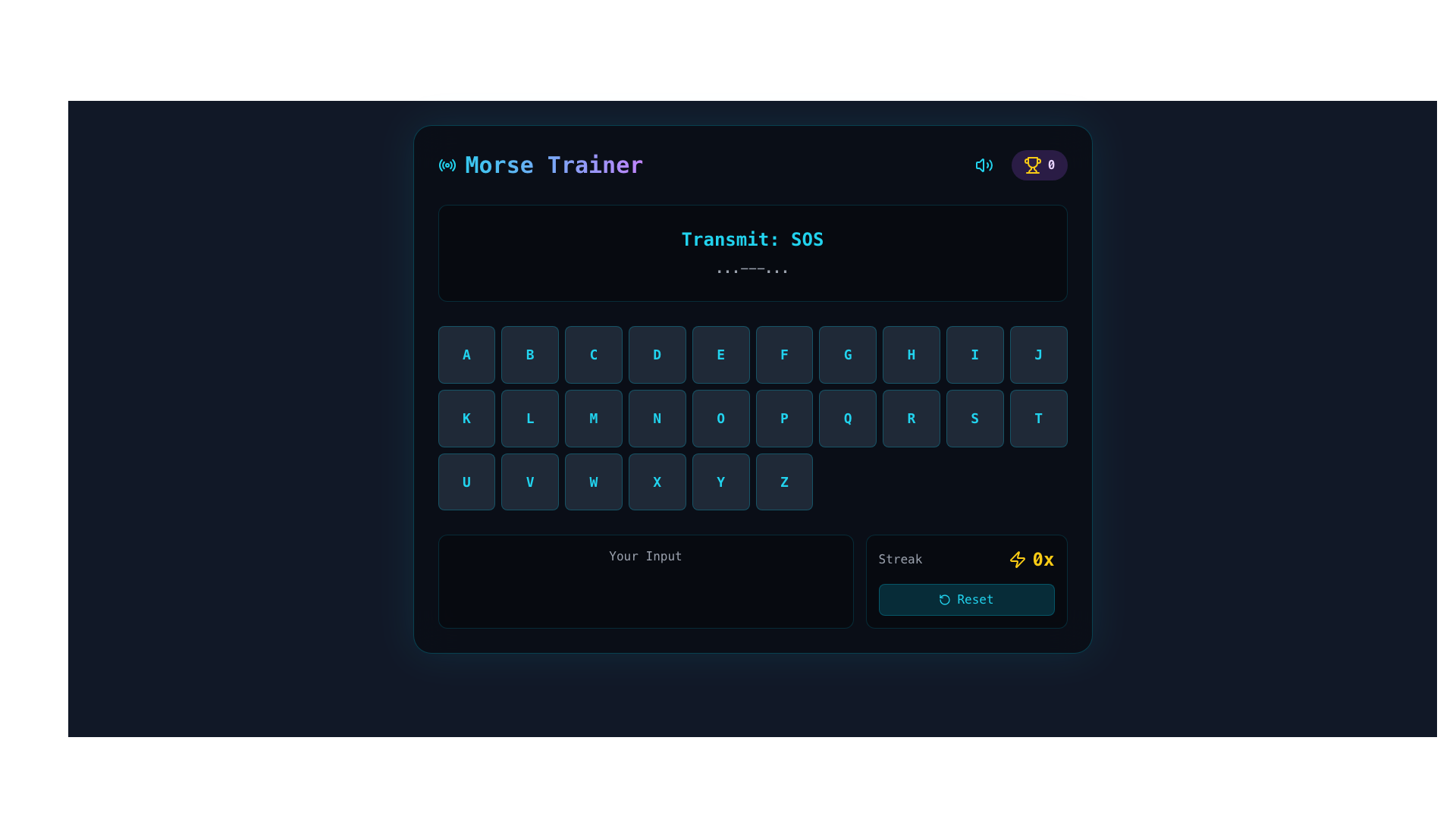  What do you see at coordinates (752, 253) in the screenshot?
I see `the Static text display that shows 'Transmit: SOS' in bold cyan font and '...---...' in gray font, which is centrally aligned on a dark rectangular background` at bounding box center [752, 253].